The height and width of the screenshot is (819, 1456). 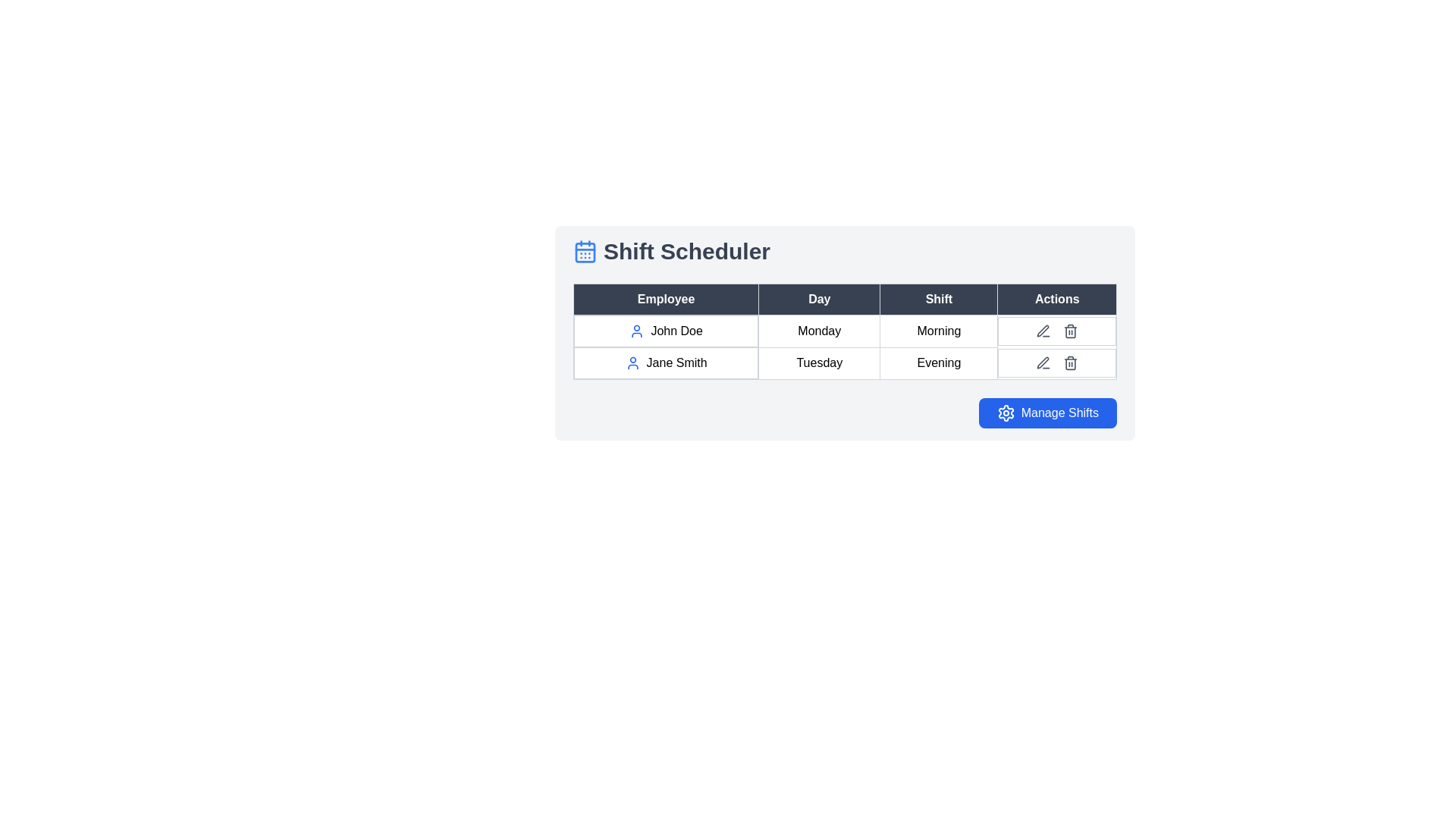 What do you see at coordinates (1056, 299) in the screenshot?
I see `the Table Header Cell which is aligned in the far-right position of the header row, indicating action buttons for the respective rows` at bounding box center [1056, 299].